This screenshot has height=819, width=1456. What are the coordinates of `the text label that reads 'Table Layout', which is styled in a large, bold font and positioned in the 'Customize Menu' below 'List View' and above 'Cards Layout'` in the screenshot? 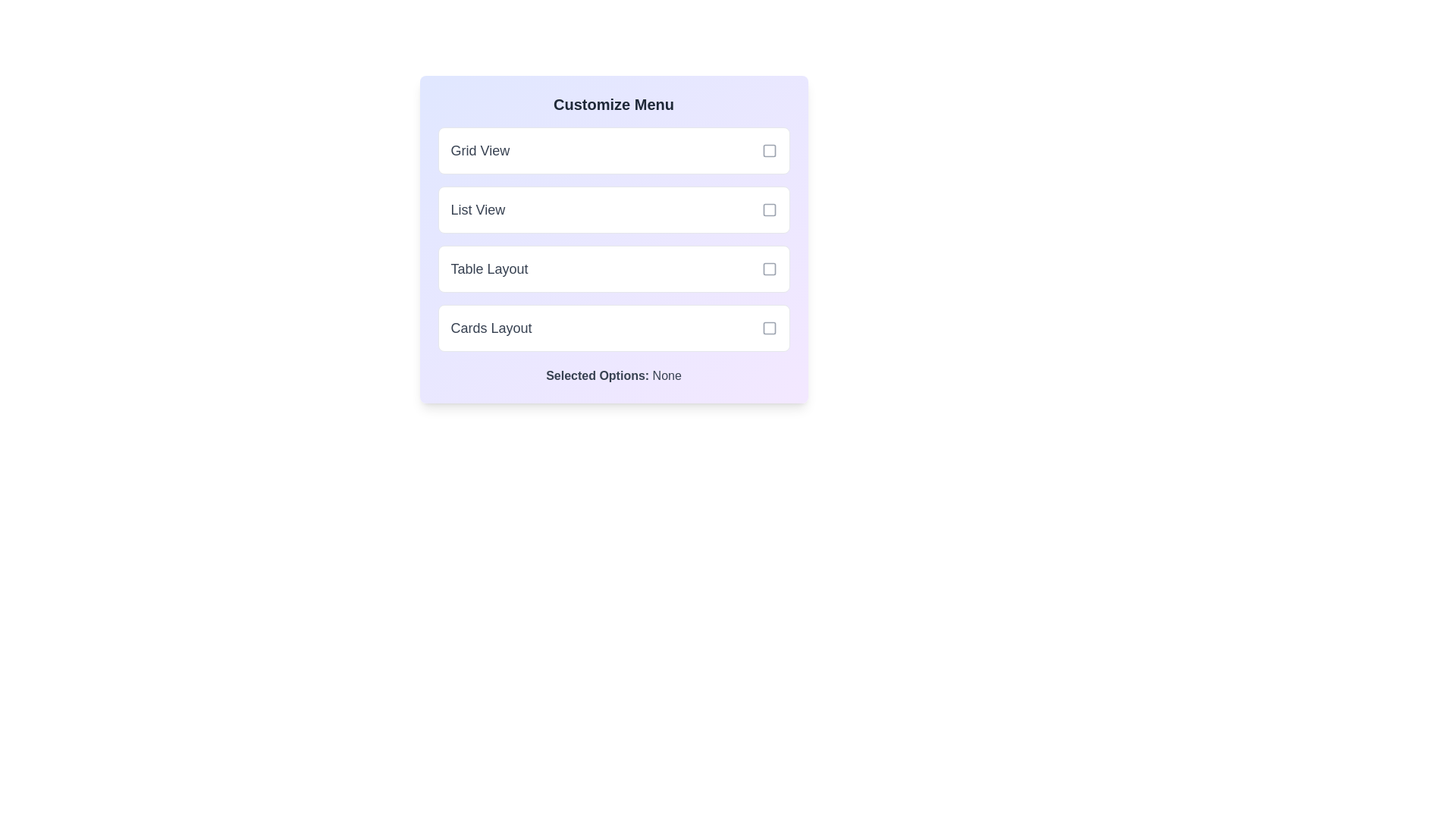 It's located at (489, 268).